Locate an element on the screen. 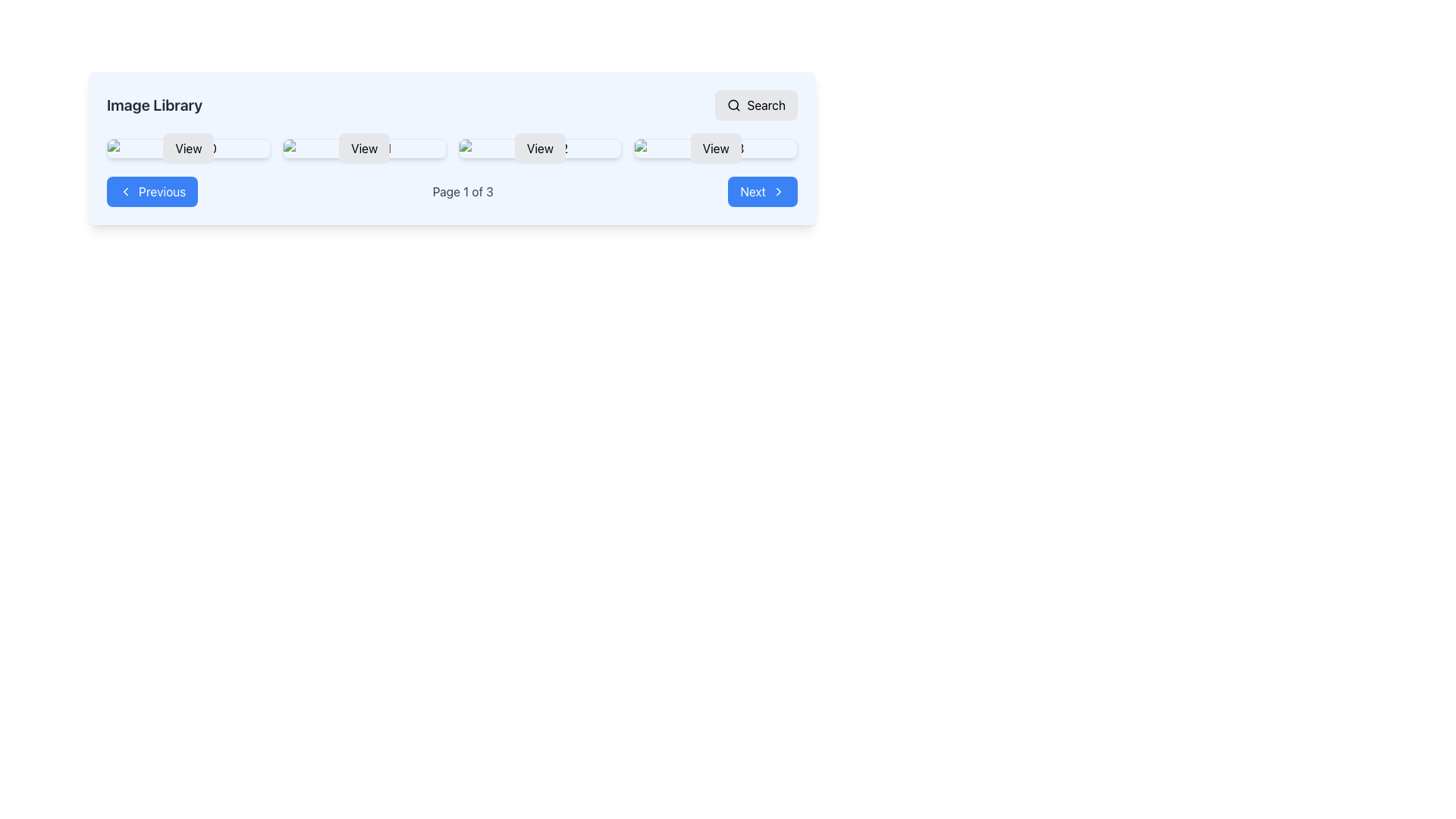 The height and width of the screenshot is (819, 1456). the 'View' button in the Button group located in the 'Image Library' section is located at coordinates (451, 149).